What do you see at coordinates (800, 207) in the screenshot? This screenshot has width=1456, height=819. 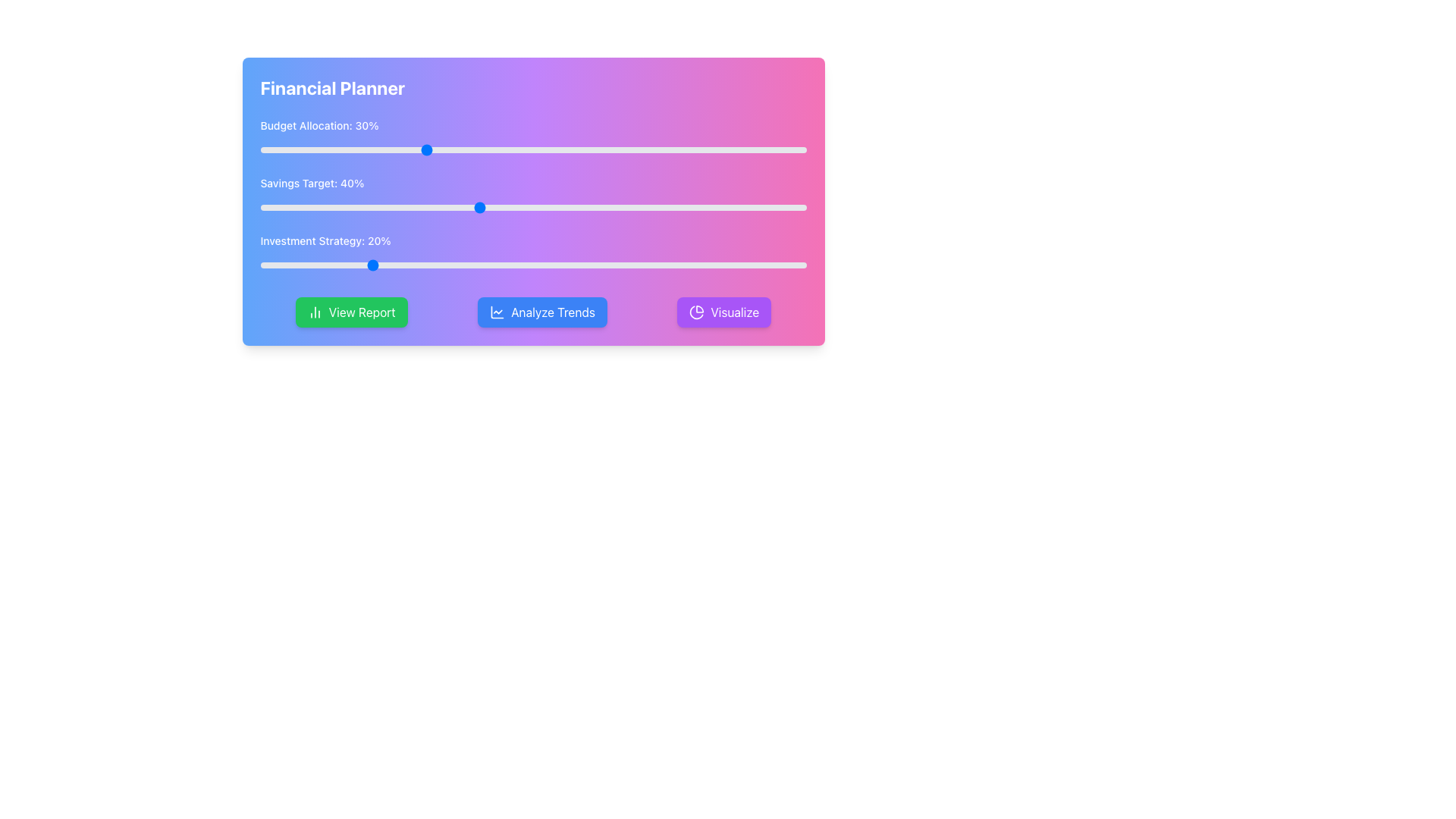 I see `the savings target percentage` at bounding box center [800, 207].